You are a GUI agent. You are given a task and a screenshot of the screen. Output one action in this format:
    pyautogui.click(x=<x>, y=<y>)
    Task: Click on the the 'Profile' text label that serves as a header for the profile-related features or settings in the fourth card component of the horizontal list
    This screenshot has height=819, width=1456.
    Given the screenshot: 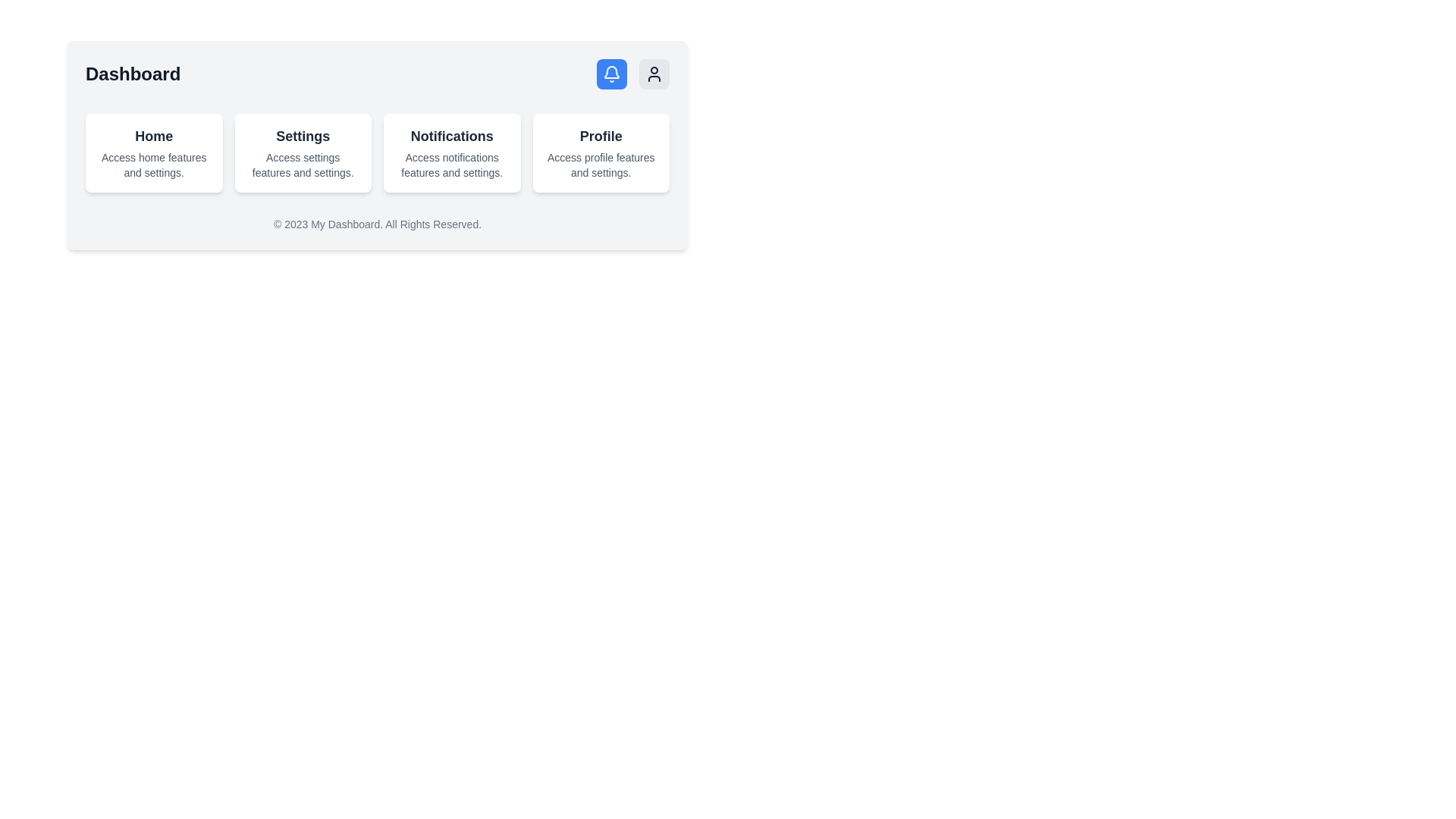 What is the action you would take?
    pyautogui.click(x=600, y=136)
    